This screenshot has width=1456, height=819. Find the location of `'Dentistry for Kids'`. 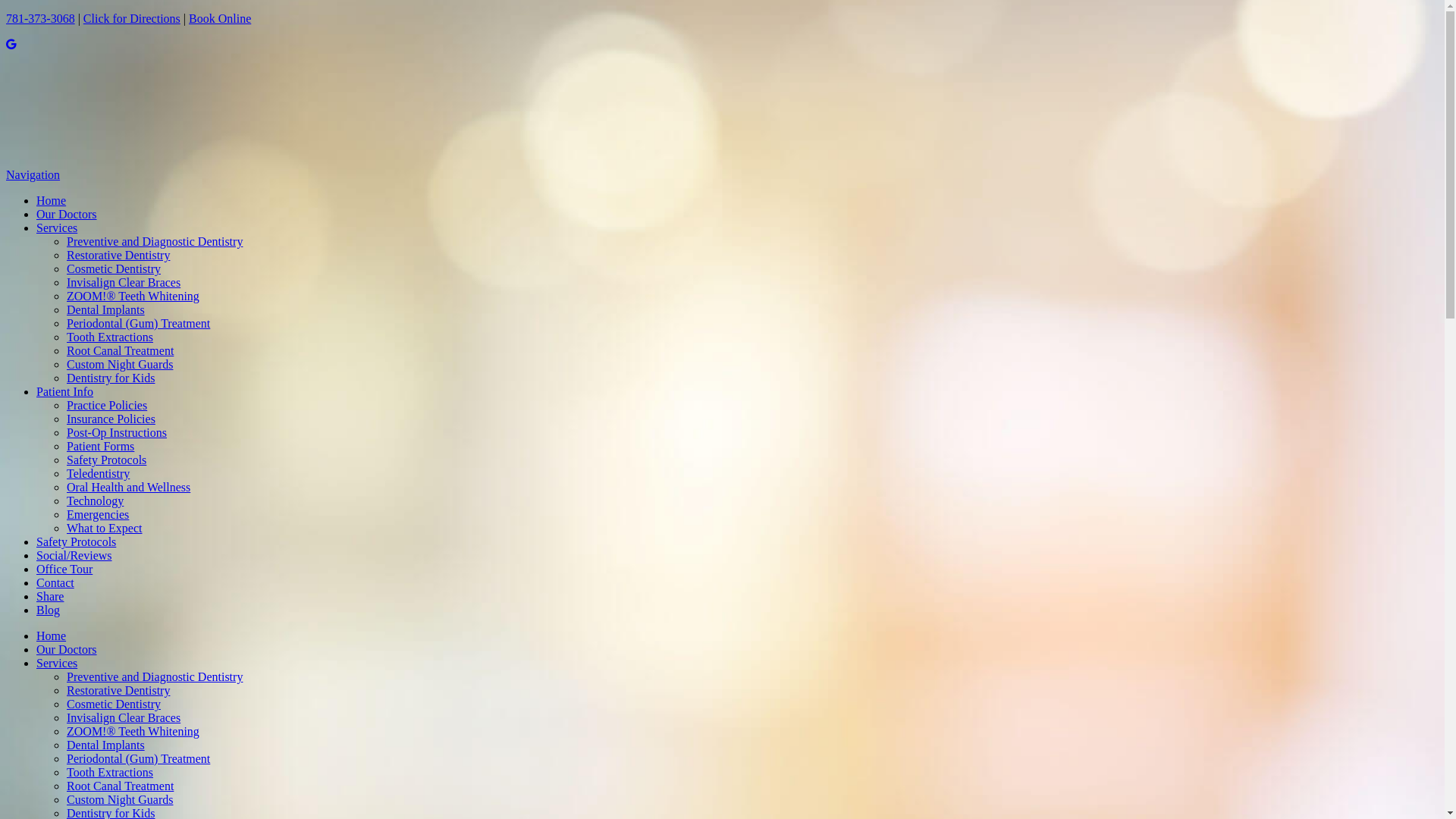

'Dentistry for Kids' is located at coordinates (65, 377).